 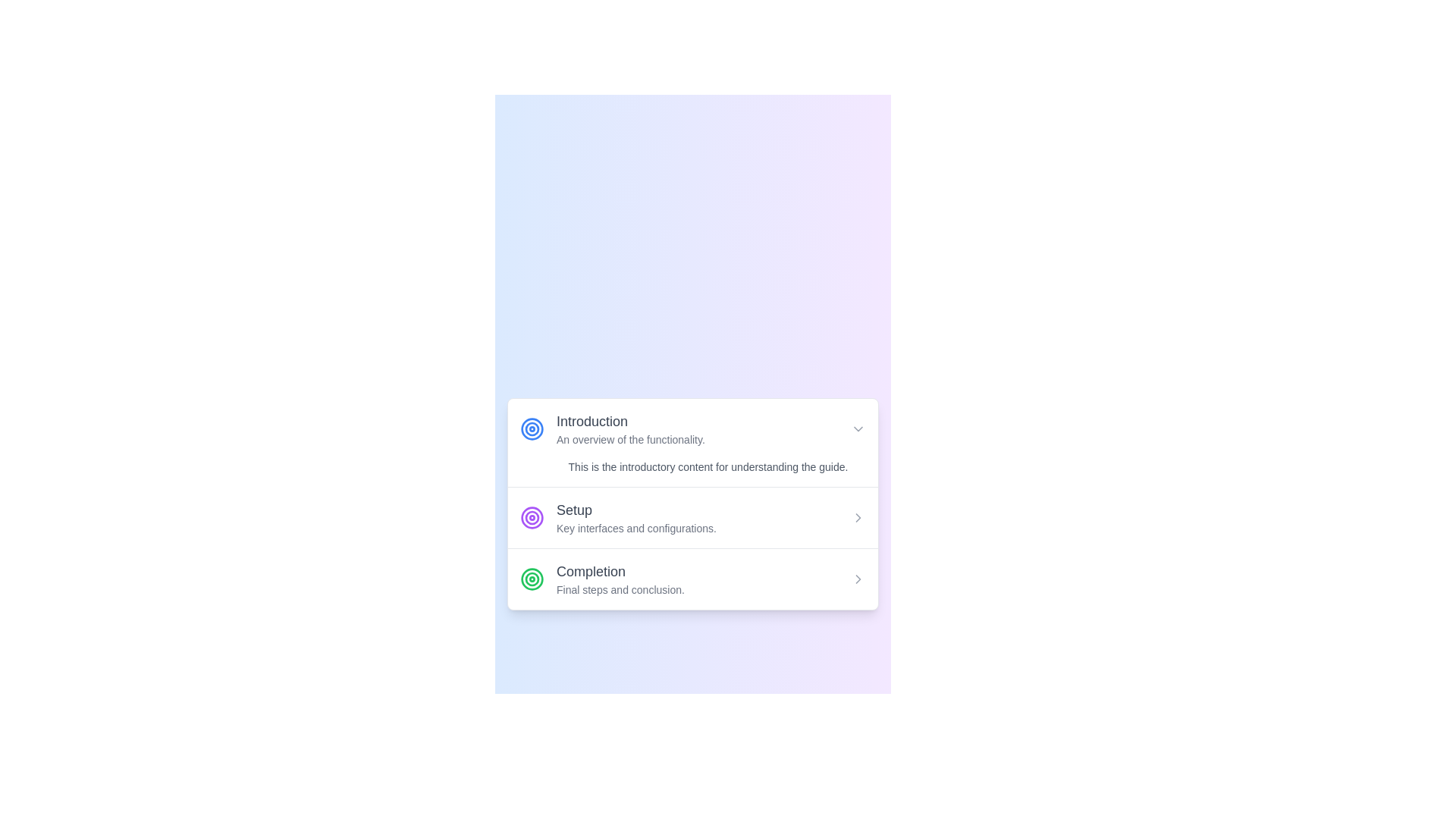 What do you see at coordinates (692, 429) in the screenshot?
I see `the 'Introduction' button located at the topmost slot of the vertically stacked list, which features a circular blue icon on the left, bold text 'Introduction', and a gray downward chevron icon on the right` at bounding box center [692, 429].